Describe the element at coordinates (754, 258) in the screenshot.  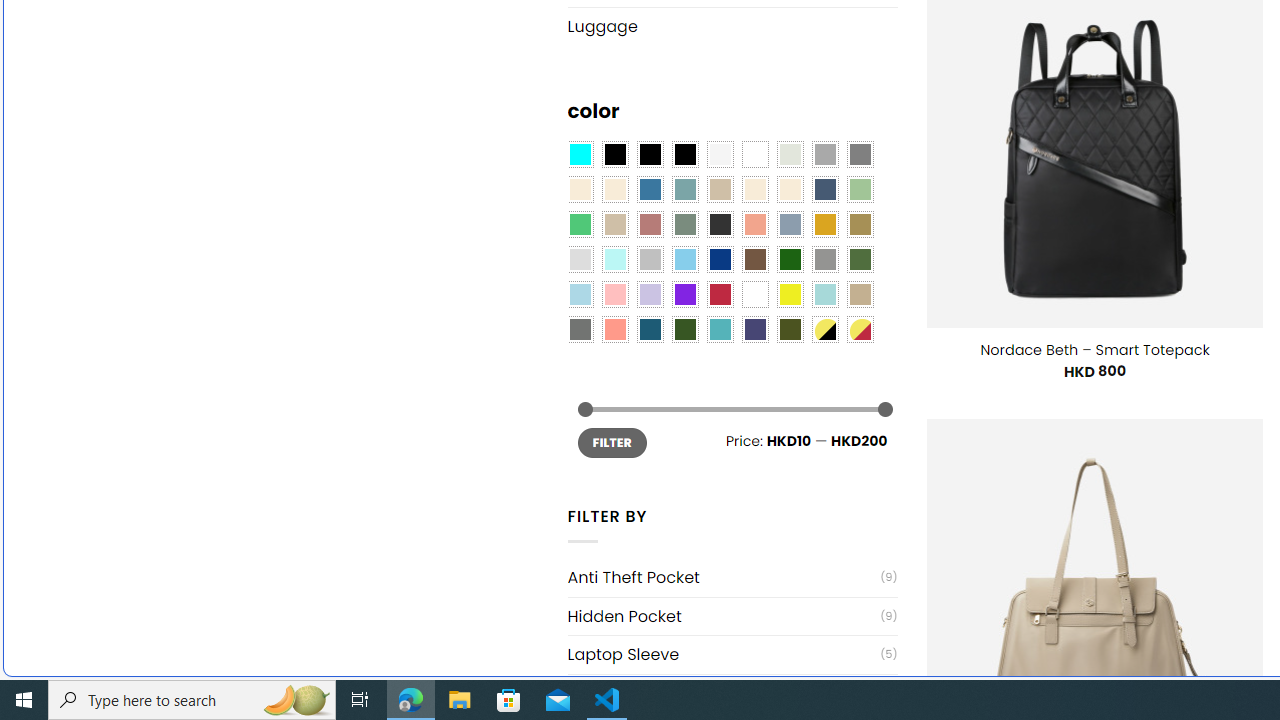
I see `'Brown'` at that location.